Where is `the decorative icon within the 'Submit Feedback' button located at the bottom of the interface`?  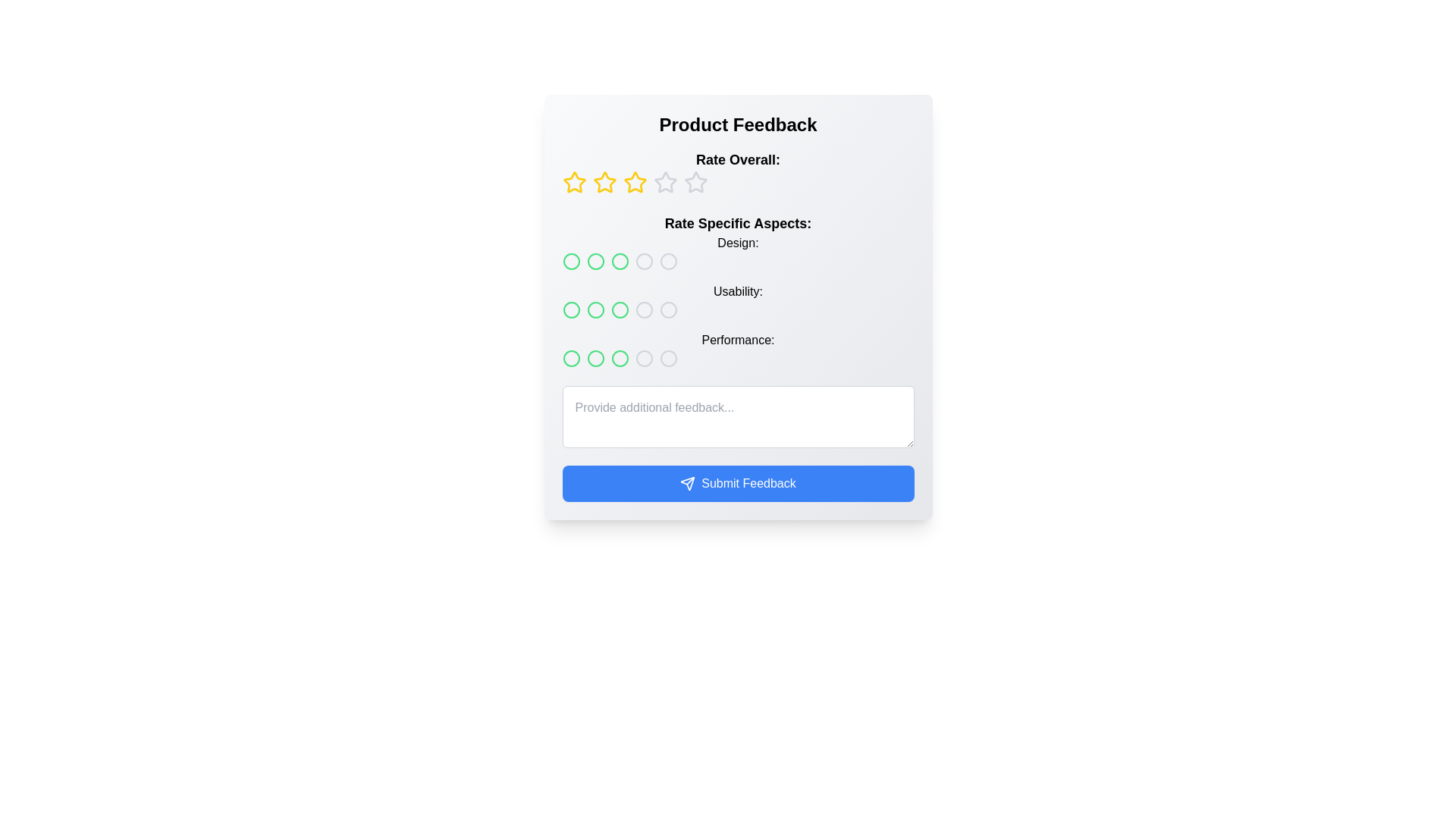 the decorative icon within the 'Submit Feedback' button located at the bottom of the interface is located at coordinates (687, 482).